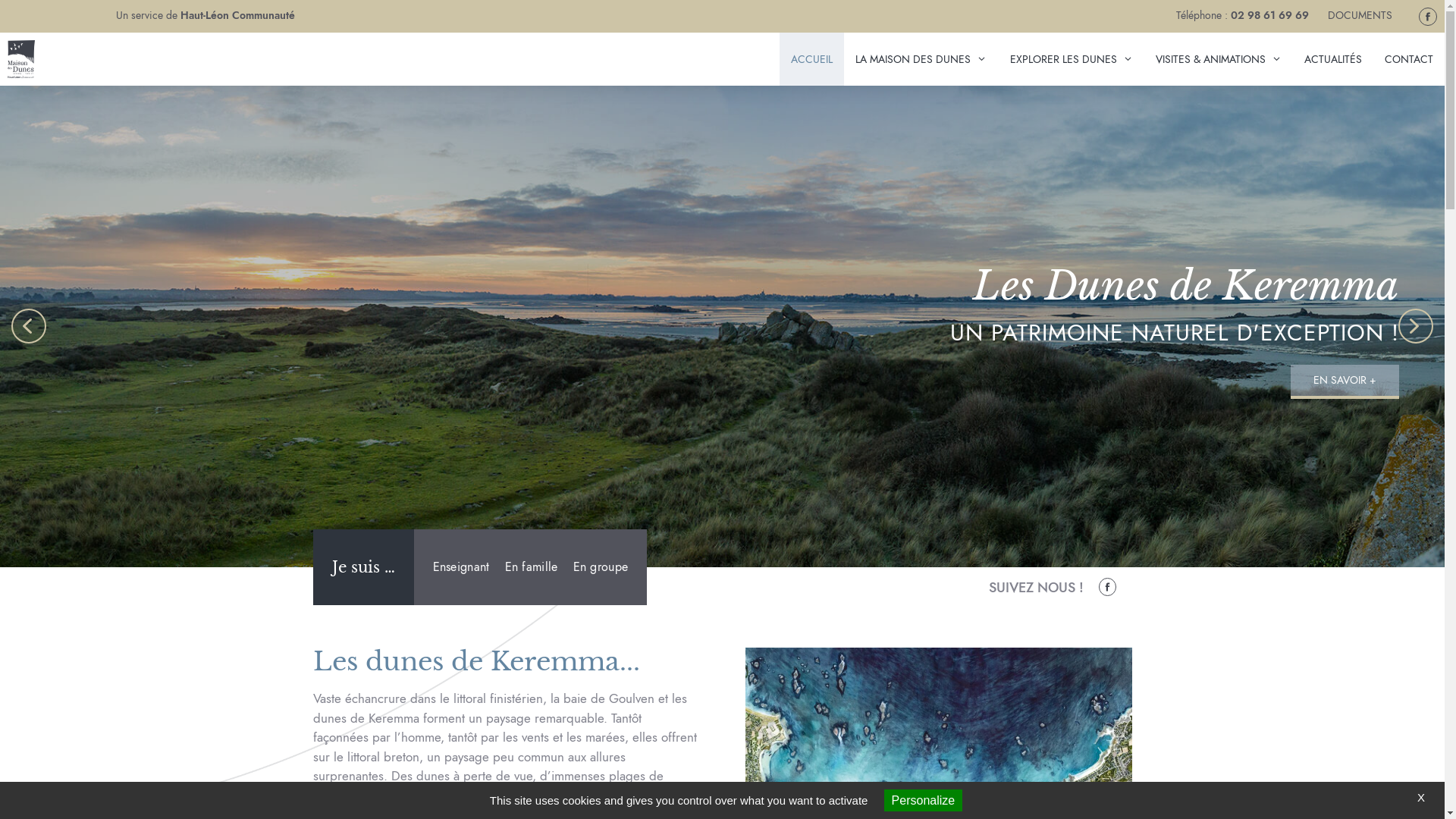  I want to click on 'DOCUMENTS', so click(1360, 14).